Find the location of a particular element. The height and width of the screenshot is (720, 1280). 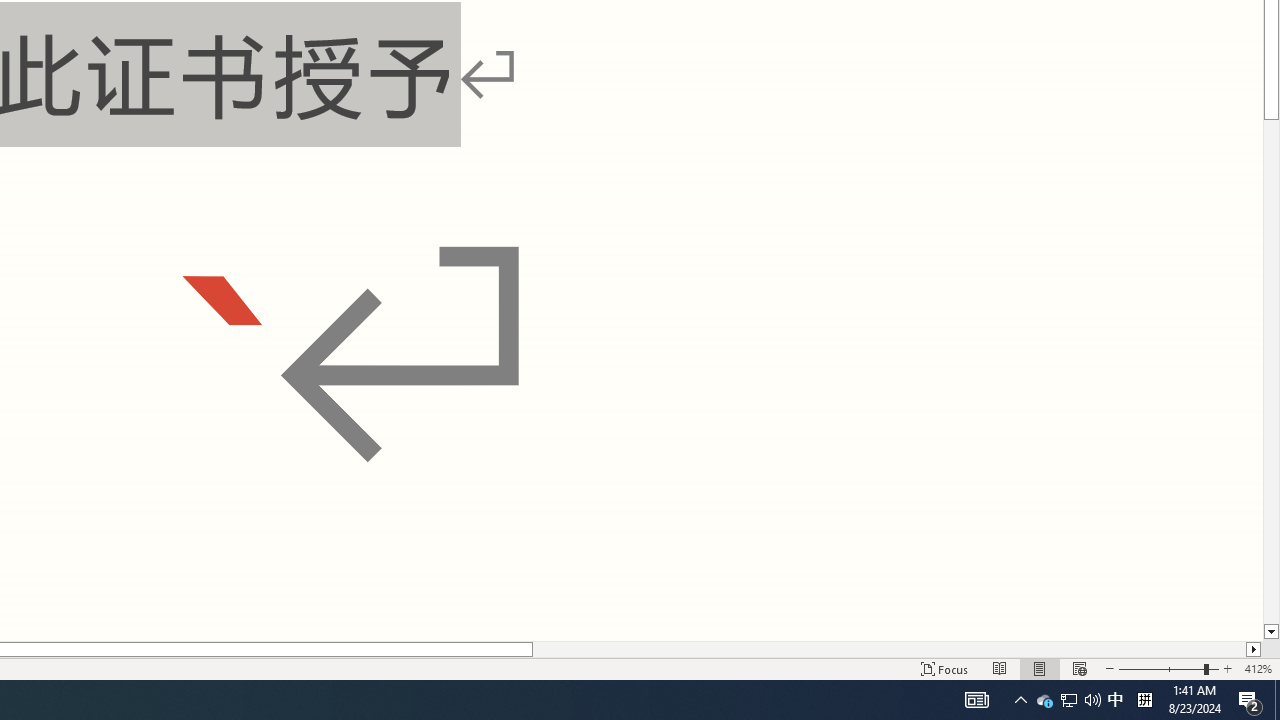

'Page down' is located at coordinates (1270, 372).